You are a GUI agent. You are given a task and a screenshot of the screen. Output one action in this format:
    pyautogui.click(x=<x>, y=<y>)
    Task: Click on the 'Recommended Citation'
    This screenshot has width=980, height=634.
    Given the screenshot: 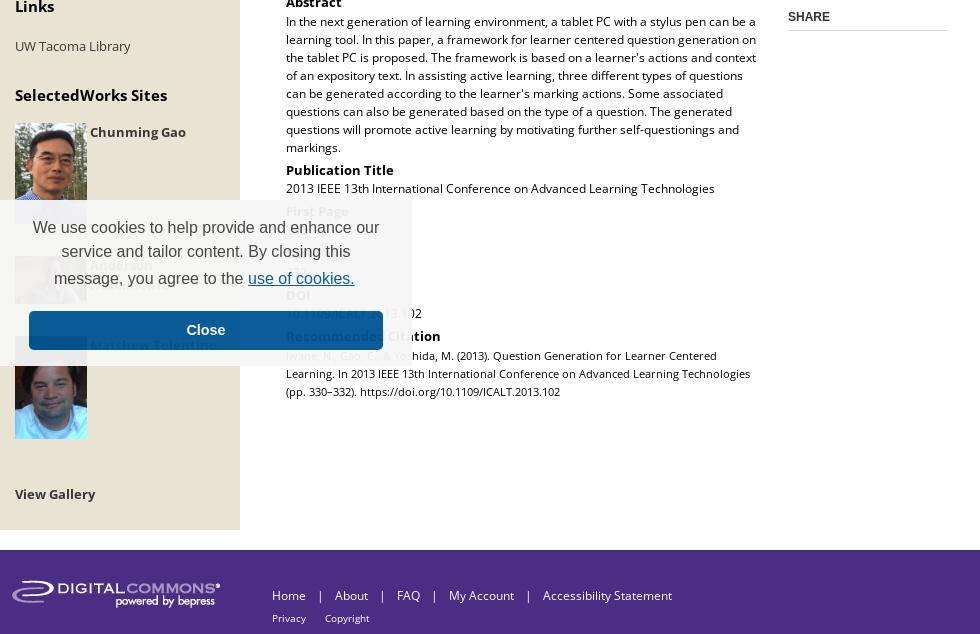 What is the action you would take?
    pyautogui.click(x=363, y=336)
    